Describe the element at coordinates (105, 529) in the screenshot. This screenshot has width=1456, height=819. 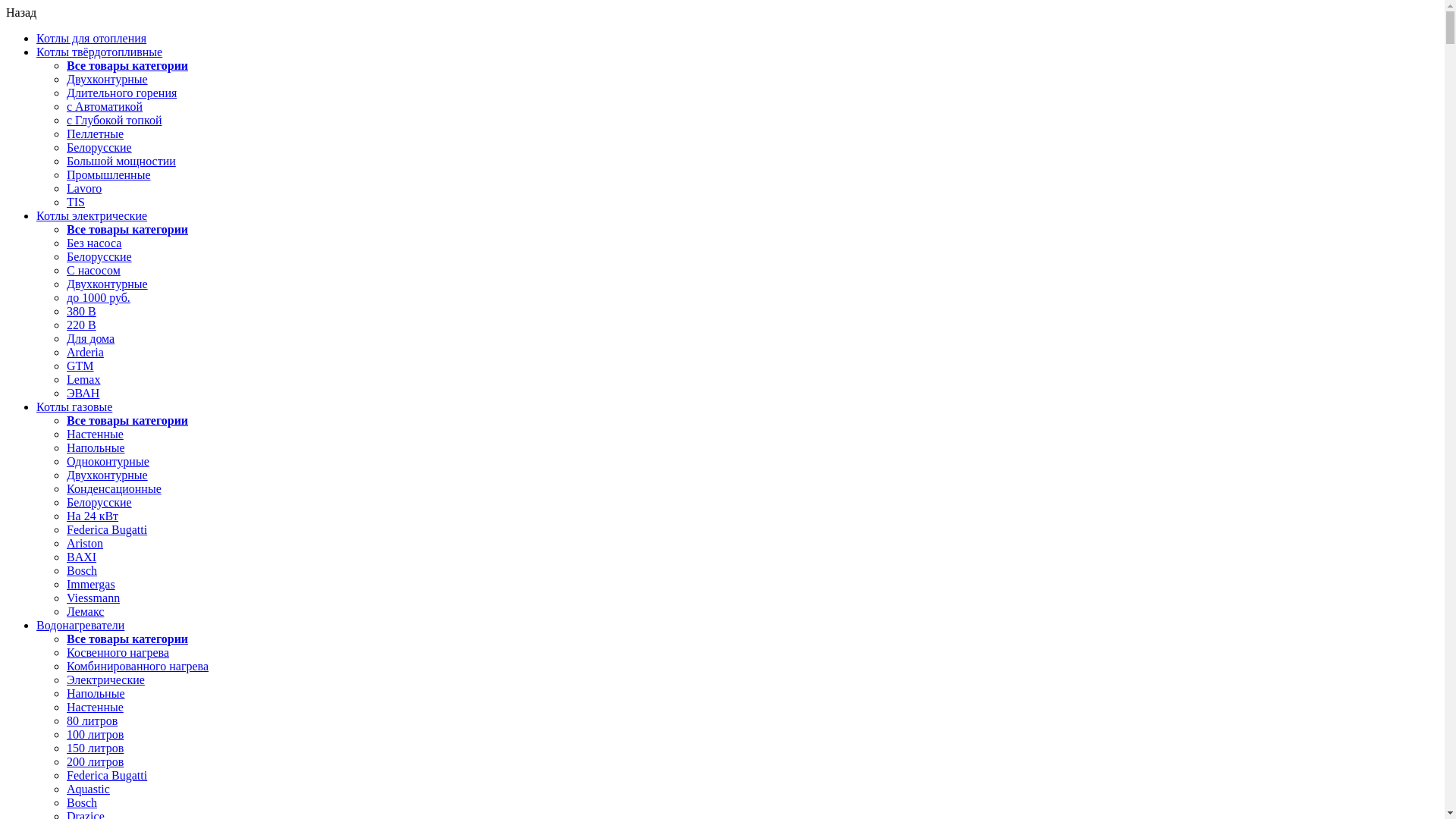
I see `'Federica Bugatti'` at that location.